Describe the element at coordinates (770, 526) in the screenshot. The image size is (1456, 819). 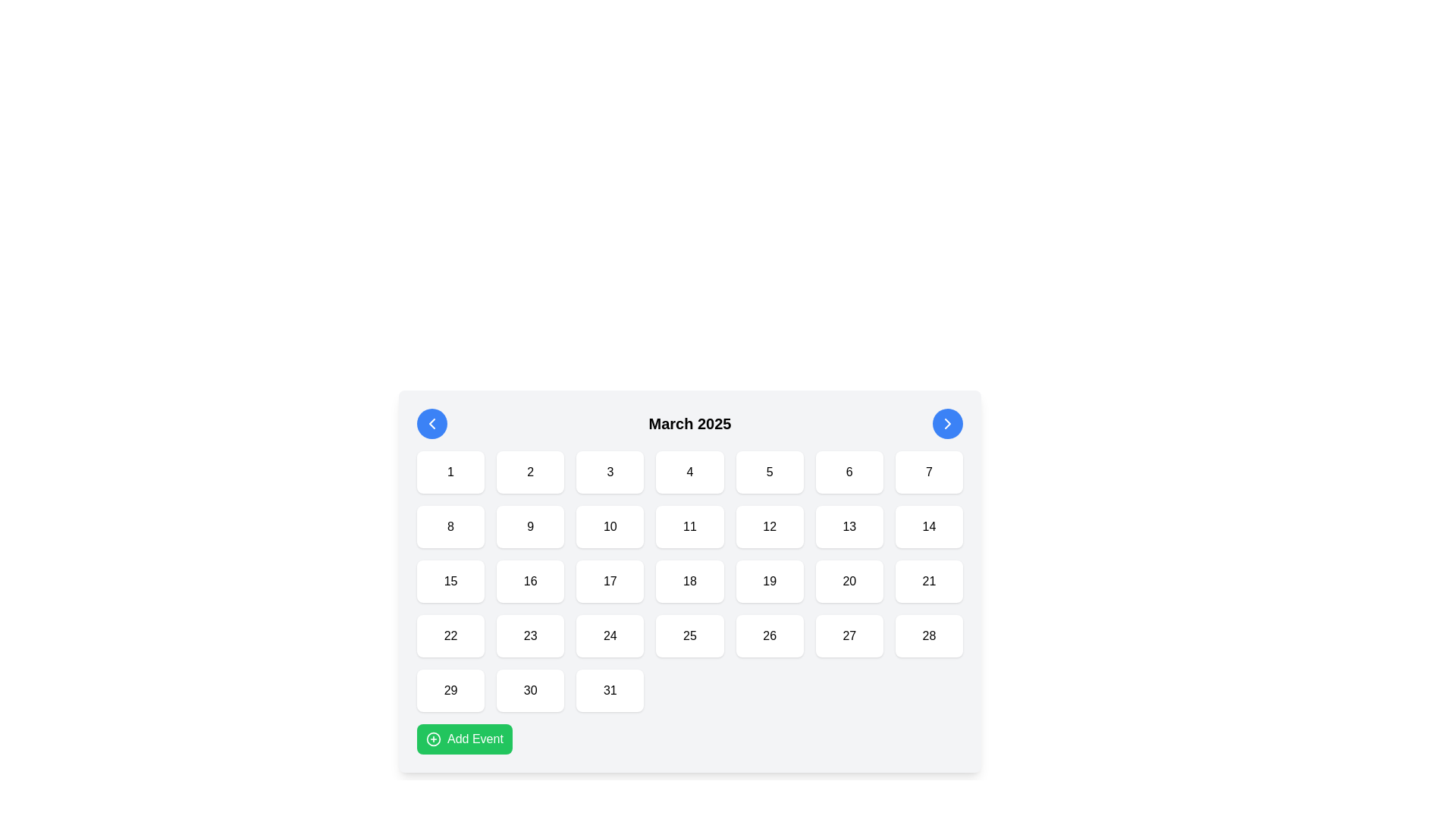
I see `the selectable calendar day button representing the date '12', located in the second row and sixth column of the calendar grid` at that location.